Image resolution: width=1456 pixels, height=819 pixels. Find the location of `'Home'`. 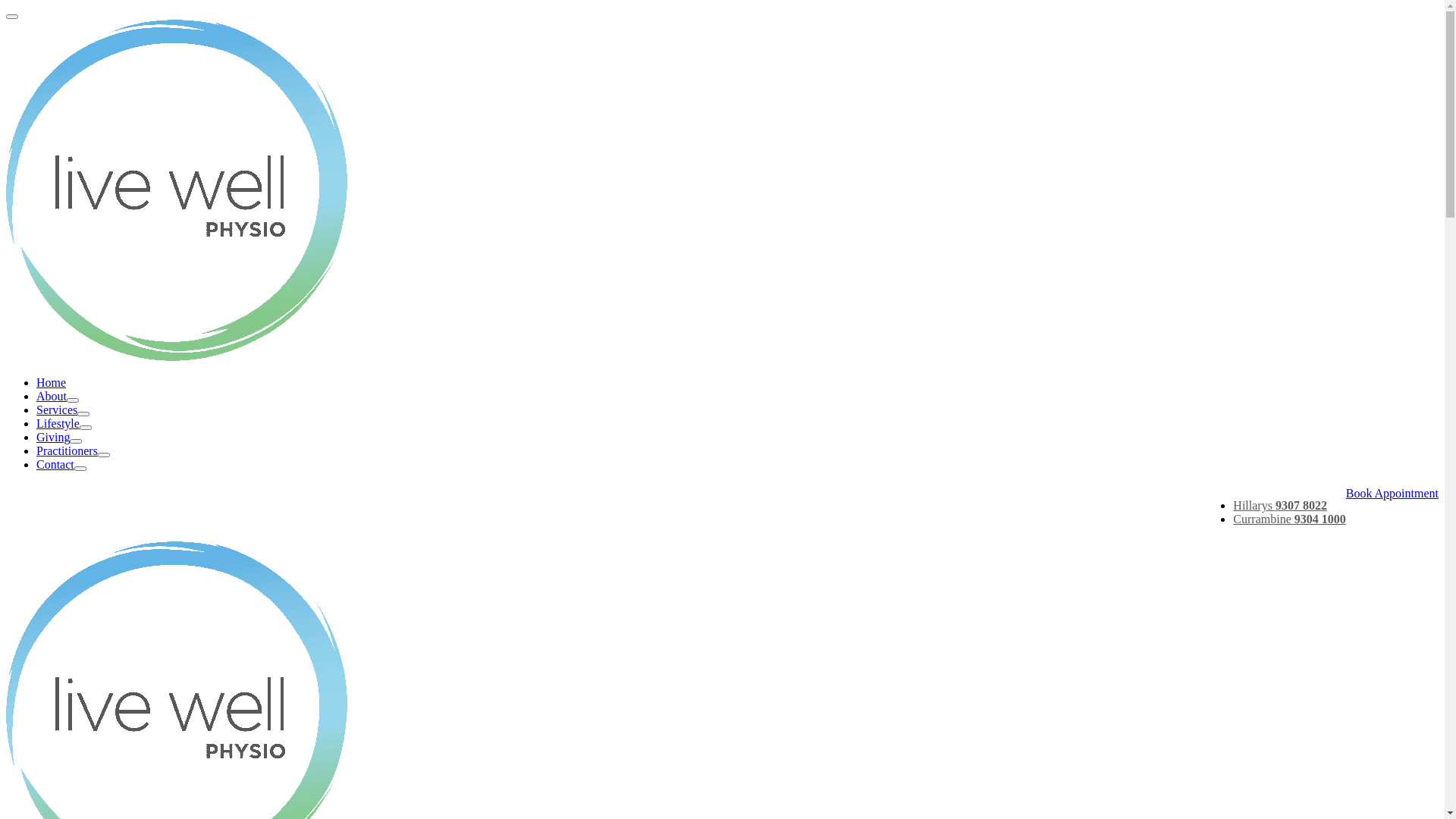

'Home' is located at coordinates (51, 381).